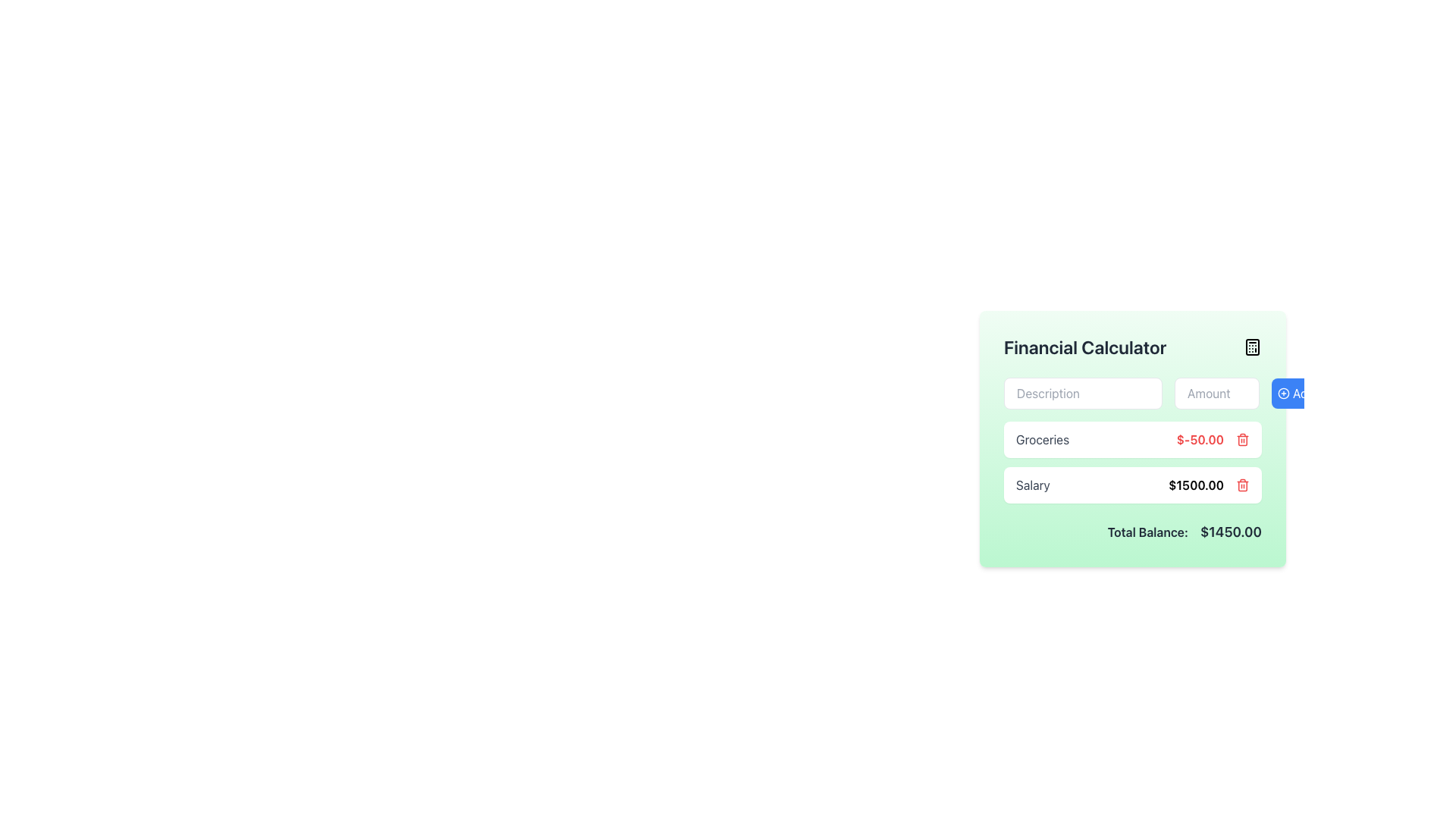  I want to click on the 'Add' icon located to the left of the 'Add' text label in the top-right corner of the financial calculator UI, so click(1283, 393).